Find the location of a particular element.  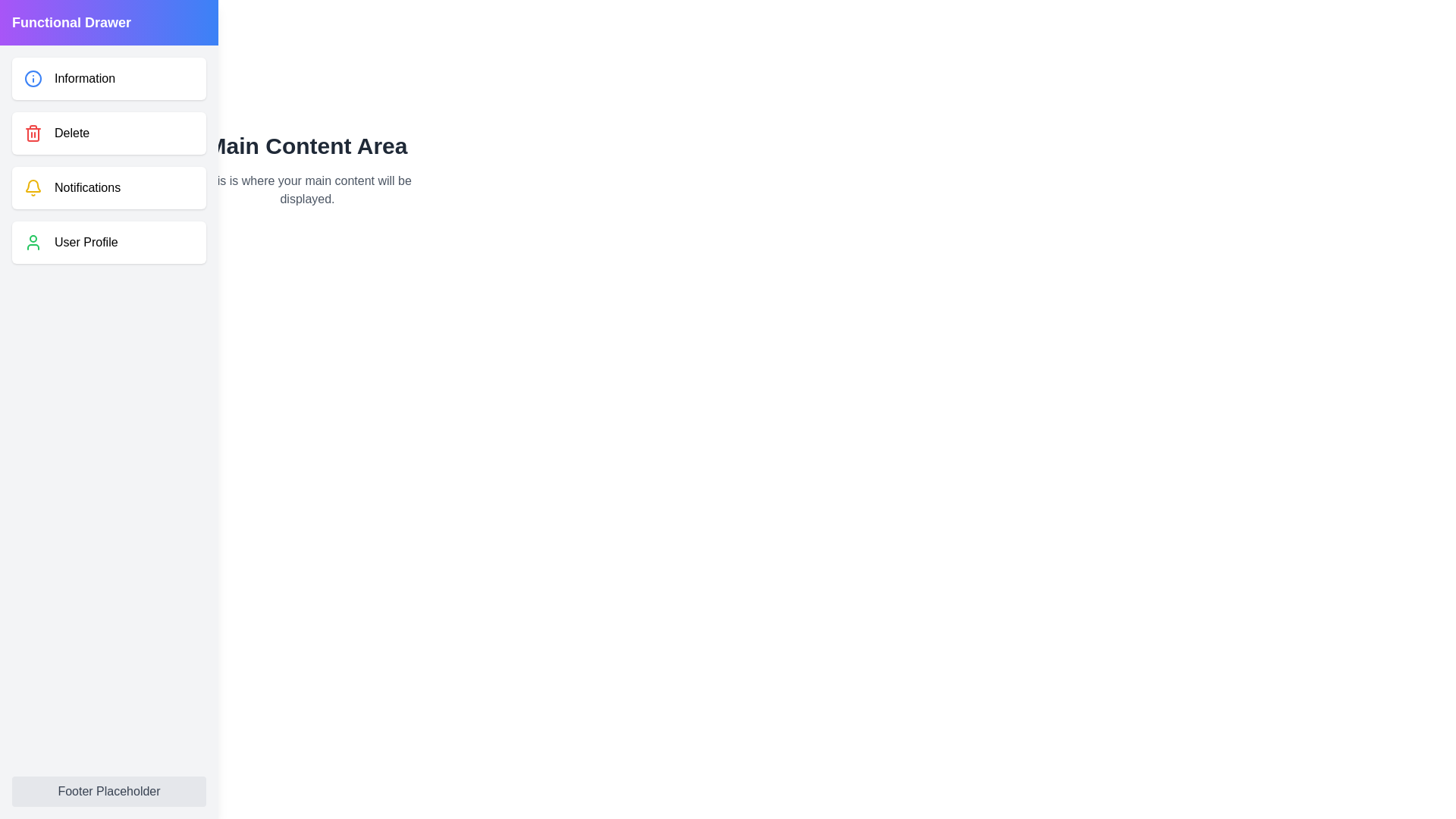

the button-like interactive element representing user profile settings located in the sidebar, which is the fourth option below 'Information,' 'Delete,' and 'Notifications' to change its background color is located at coordinates (108, 242).